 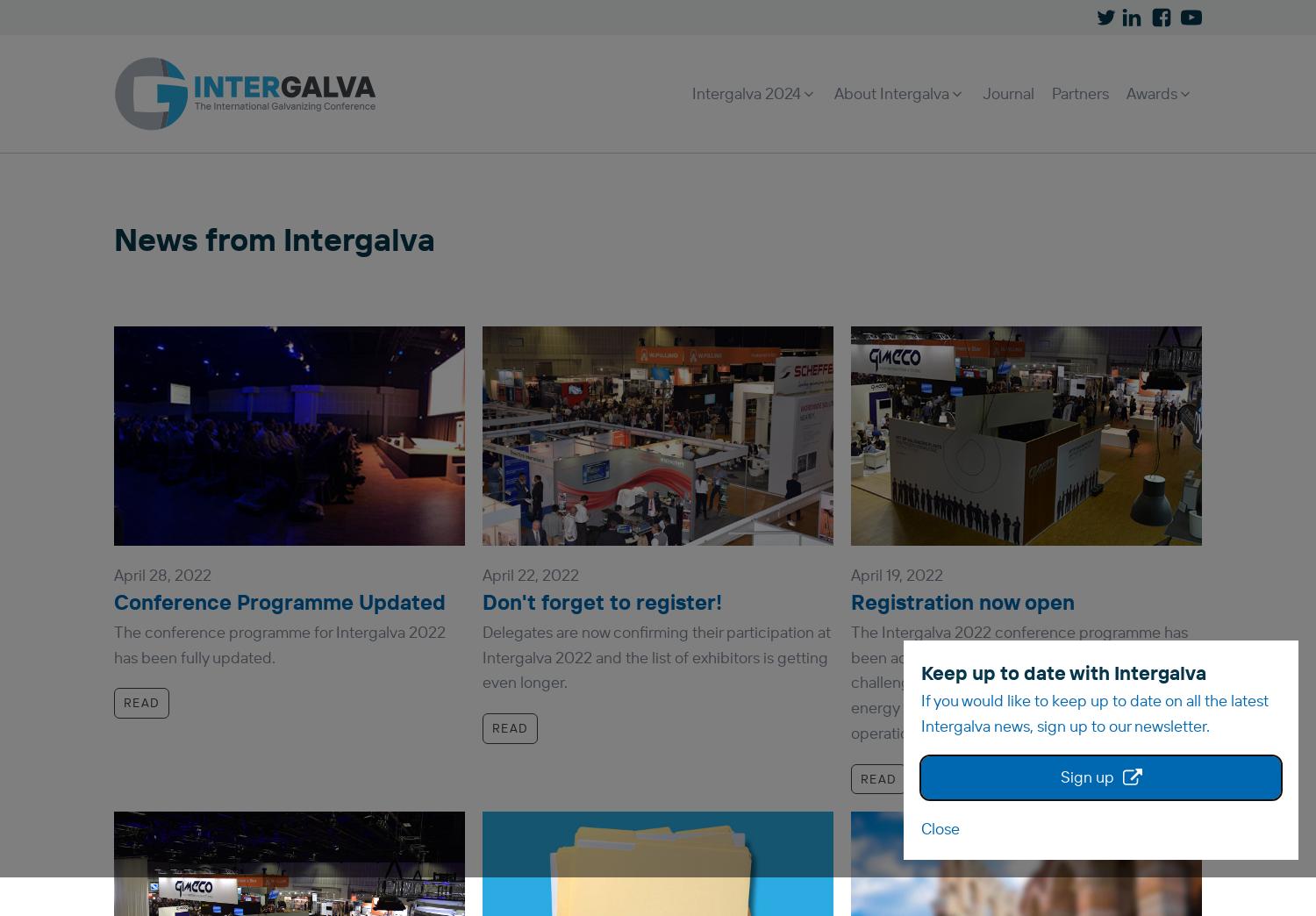 I want to click on 'Sign up', so click(x=1085, y=776).